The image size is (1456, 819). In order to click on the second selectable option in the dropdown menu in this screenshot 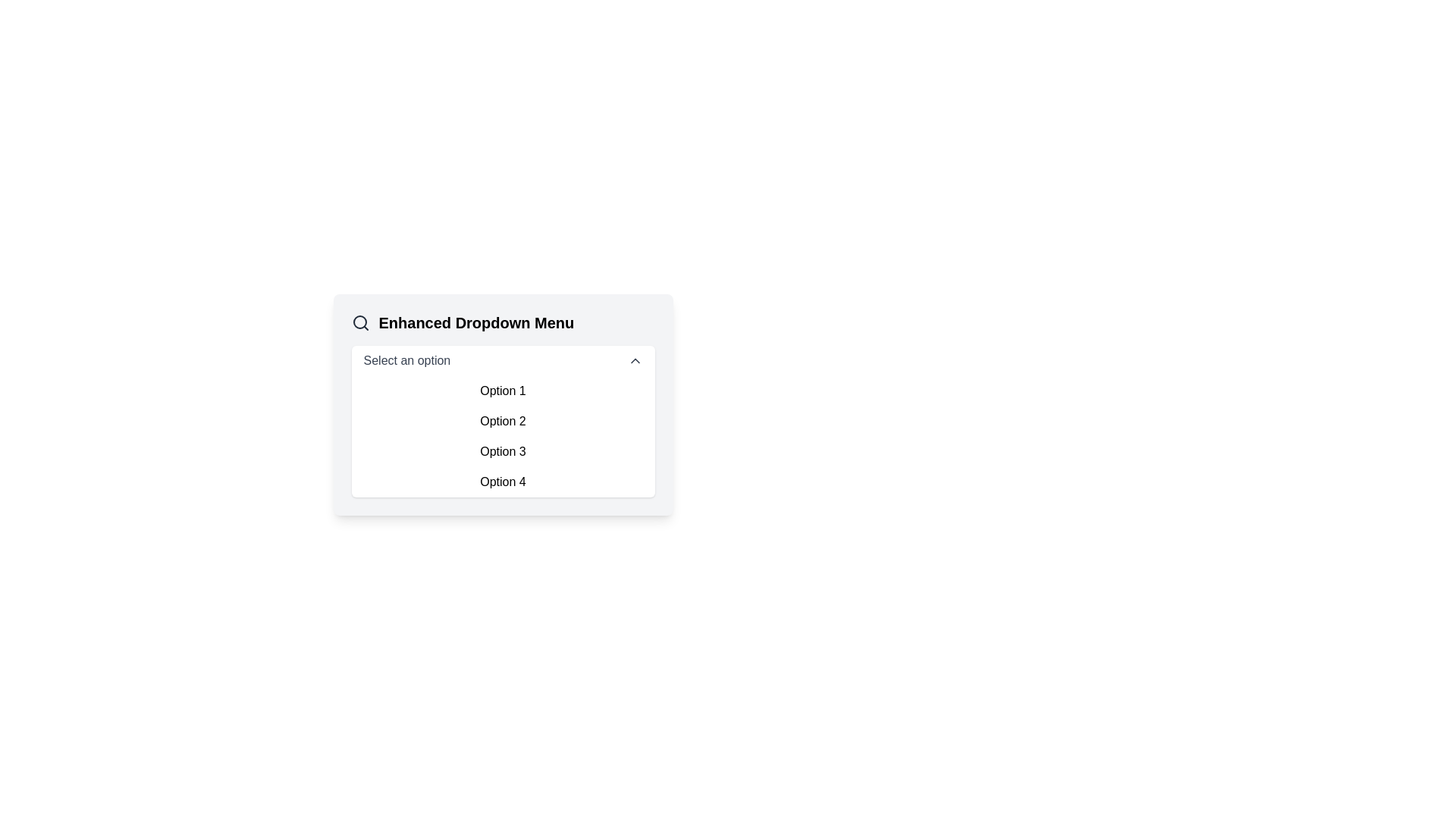, I will do `click(503, 421)`.